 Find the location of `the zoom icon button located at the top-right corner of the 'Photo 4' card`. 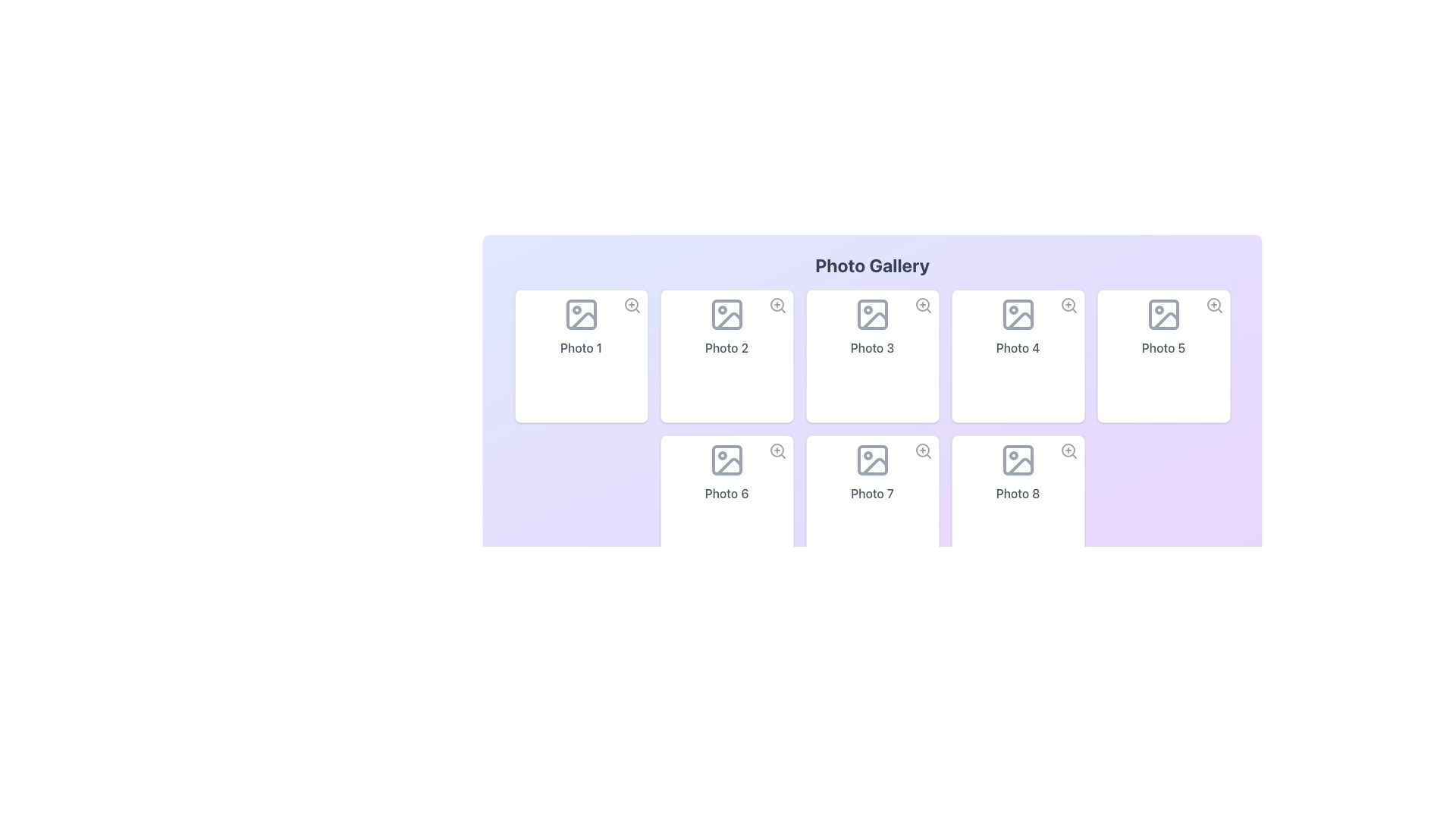

the zoom icon button located at the top-right corner of the 'Photo 4' card is located at coordinates (1068, 305).